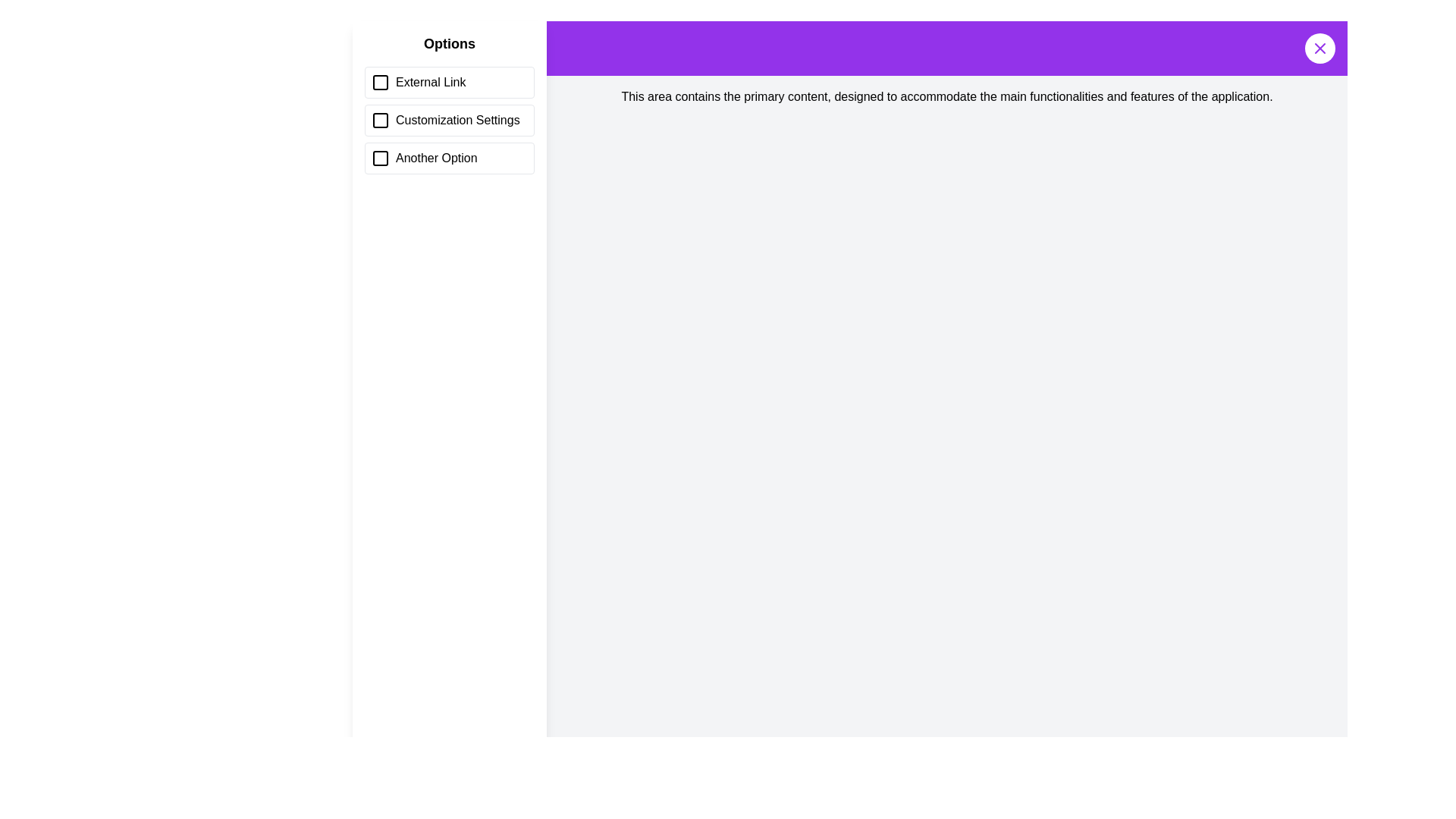 This screenshot has width=1456, height=819. I want to click on the 'Customization Settings' list item in the sidebar, so click(449, 119).